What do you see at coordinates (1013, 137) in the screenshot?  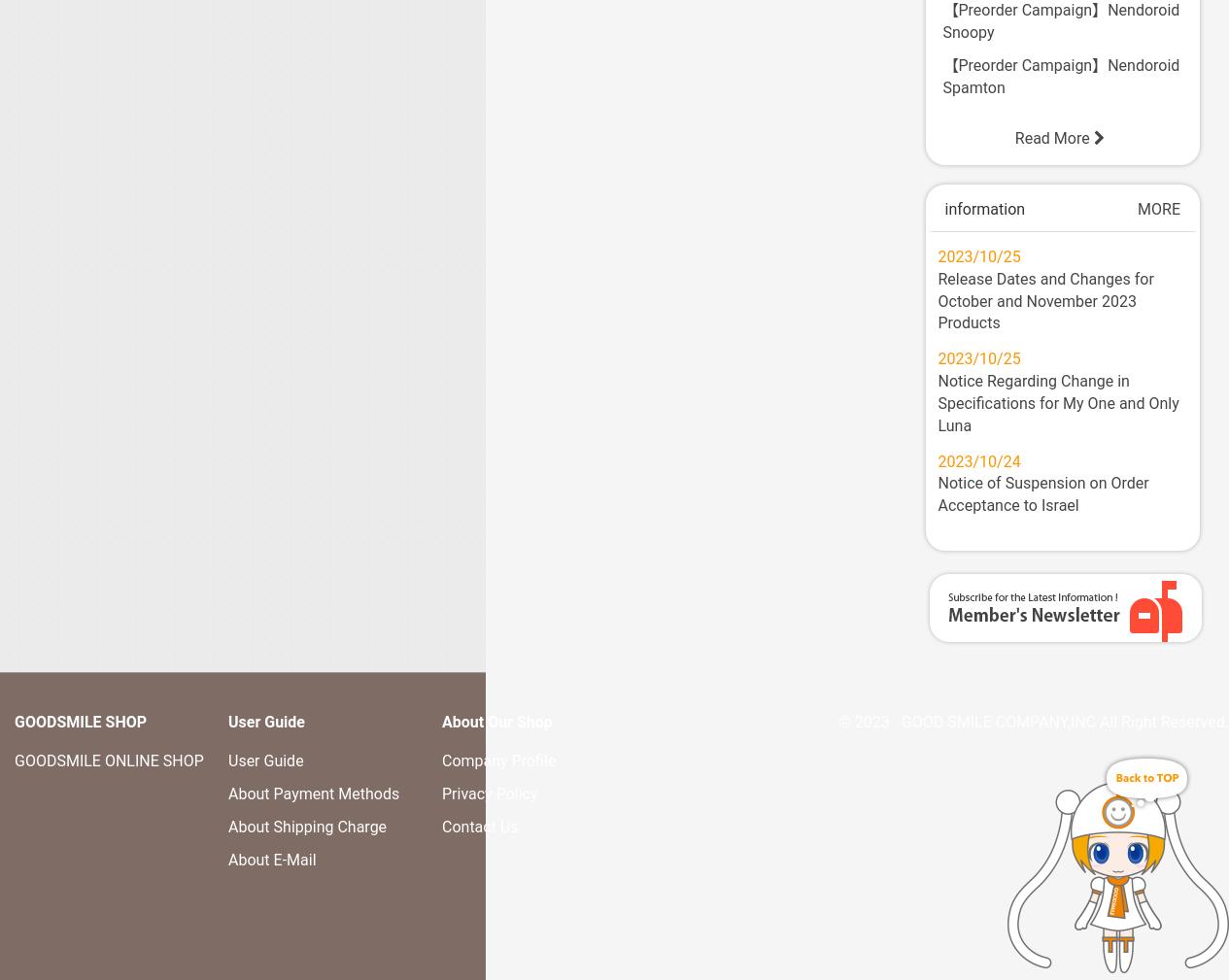 I see `'Read More'` at bounding box center [1013, 137].